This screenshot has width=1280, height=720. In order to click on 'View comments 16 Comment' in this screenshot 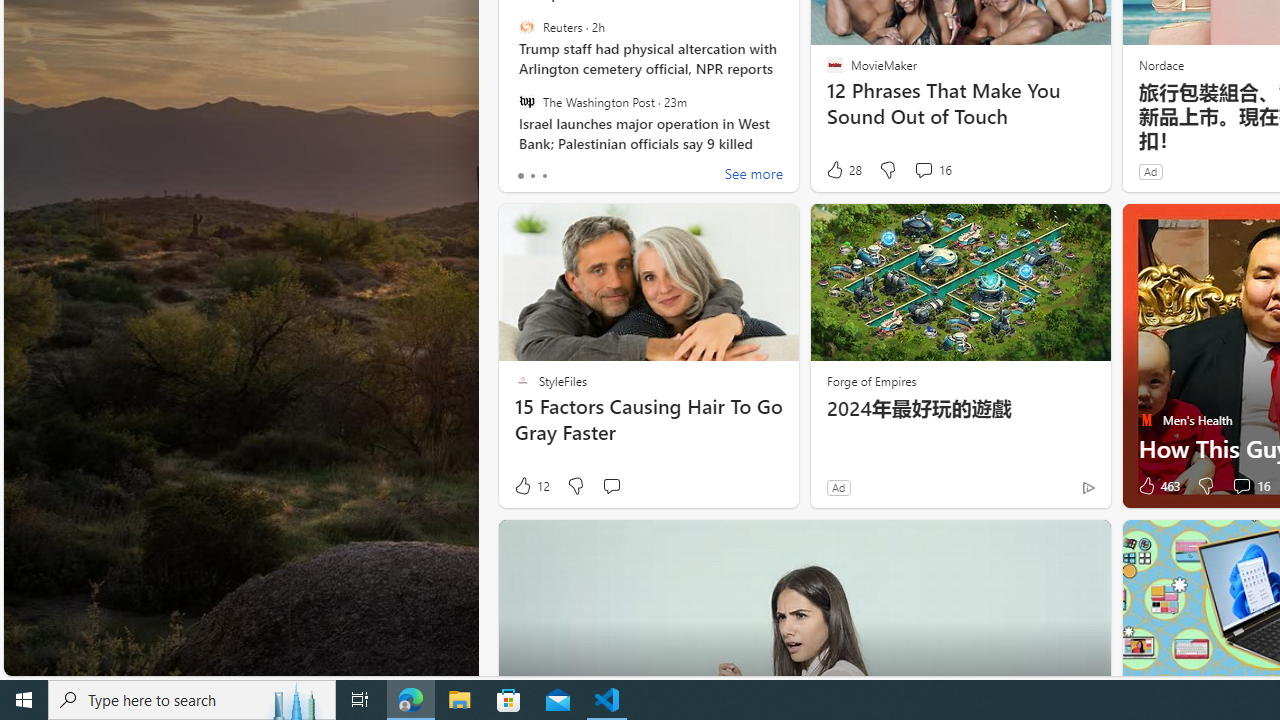, I will do `click(1248, 486)`.